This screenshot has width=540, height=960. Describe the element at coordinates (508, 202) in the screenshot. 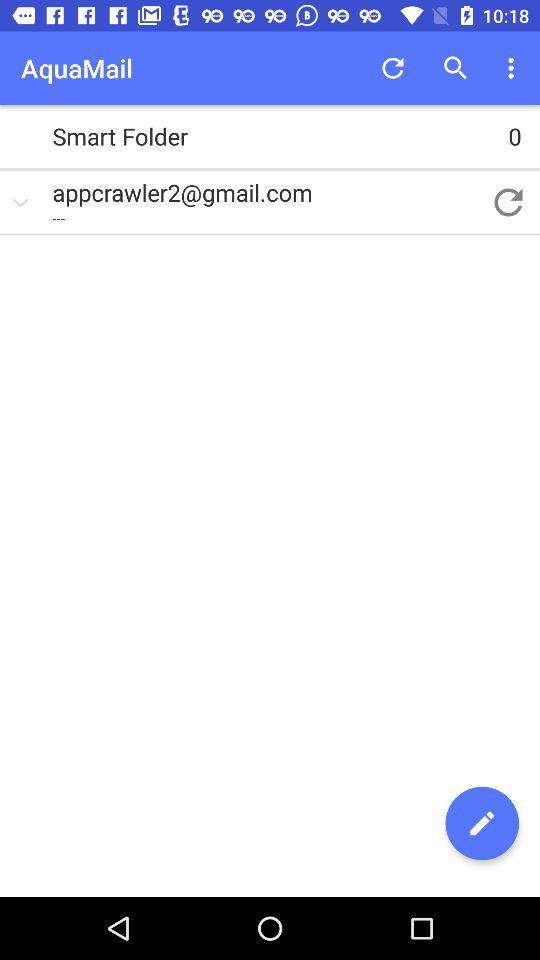

I see `item next to the appcrawler2@gmail.com item` at that location.